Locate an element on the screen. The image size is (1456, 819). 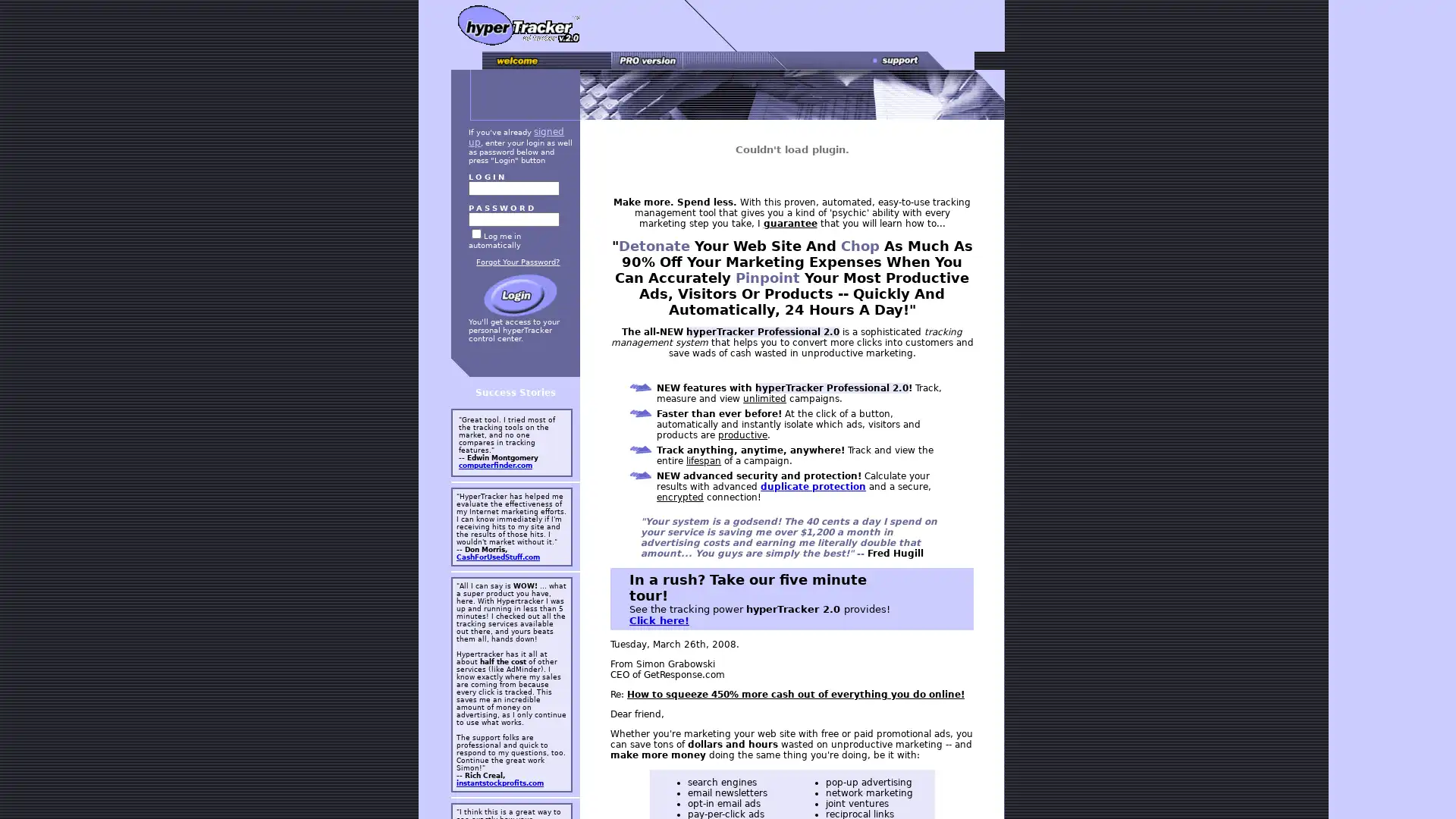
Submit is located at coordinates (521, 295).